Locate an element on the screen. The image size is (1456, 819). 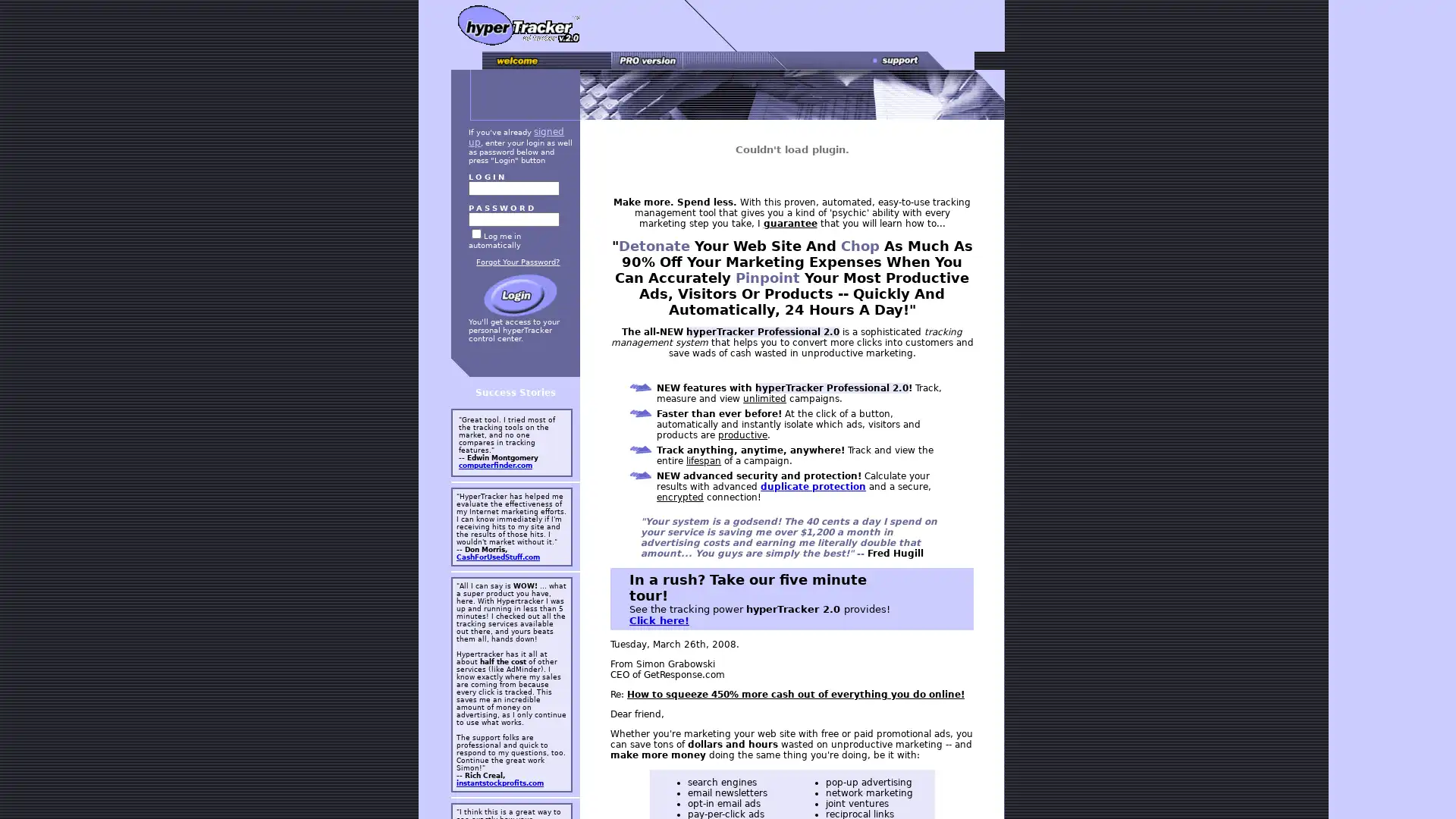
Submit is located at coordinates (521, 295).